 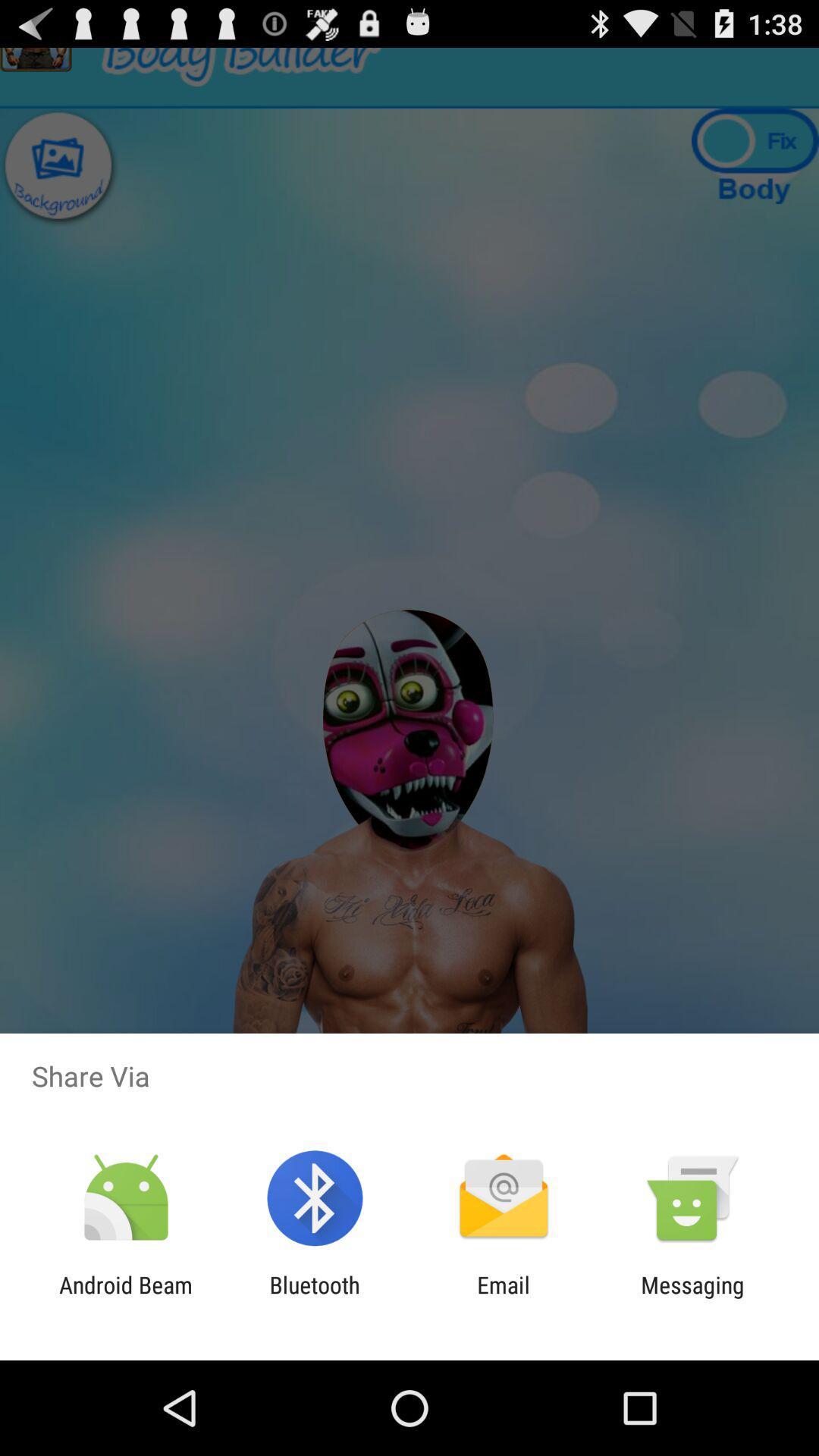 What do you see at coordinates (125, 1298) in the screenshot?
I see `the item next to bluetooth item` at bounding box center [125, 1298].